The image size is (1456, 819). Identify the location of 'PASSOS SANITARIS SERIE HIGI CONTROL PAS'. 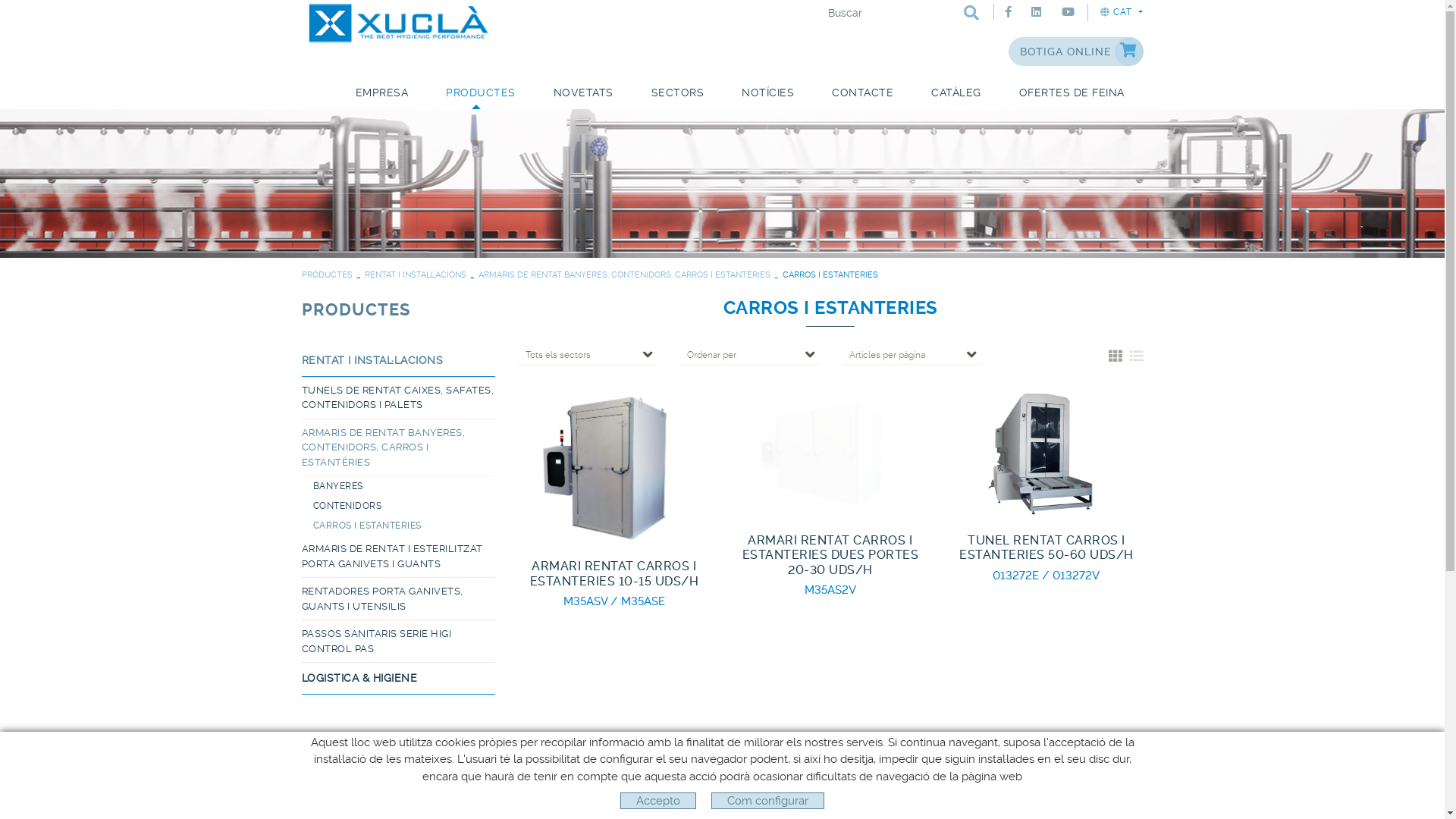
(398, 641).